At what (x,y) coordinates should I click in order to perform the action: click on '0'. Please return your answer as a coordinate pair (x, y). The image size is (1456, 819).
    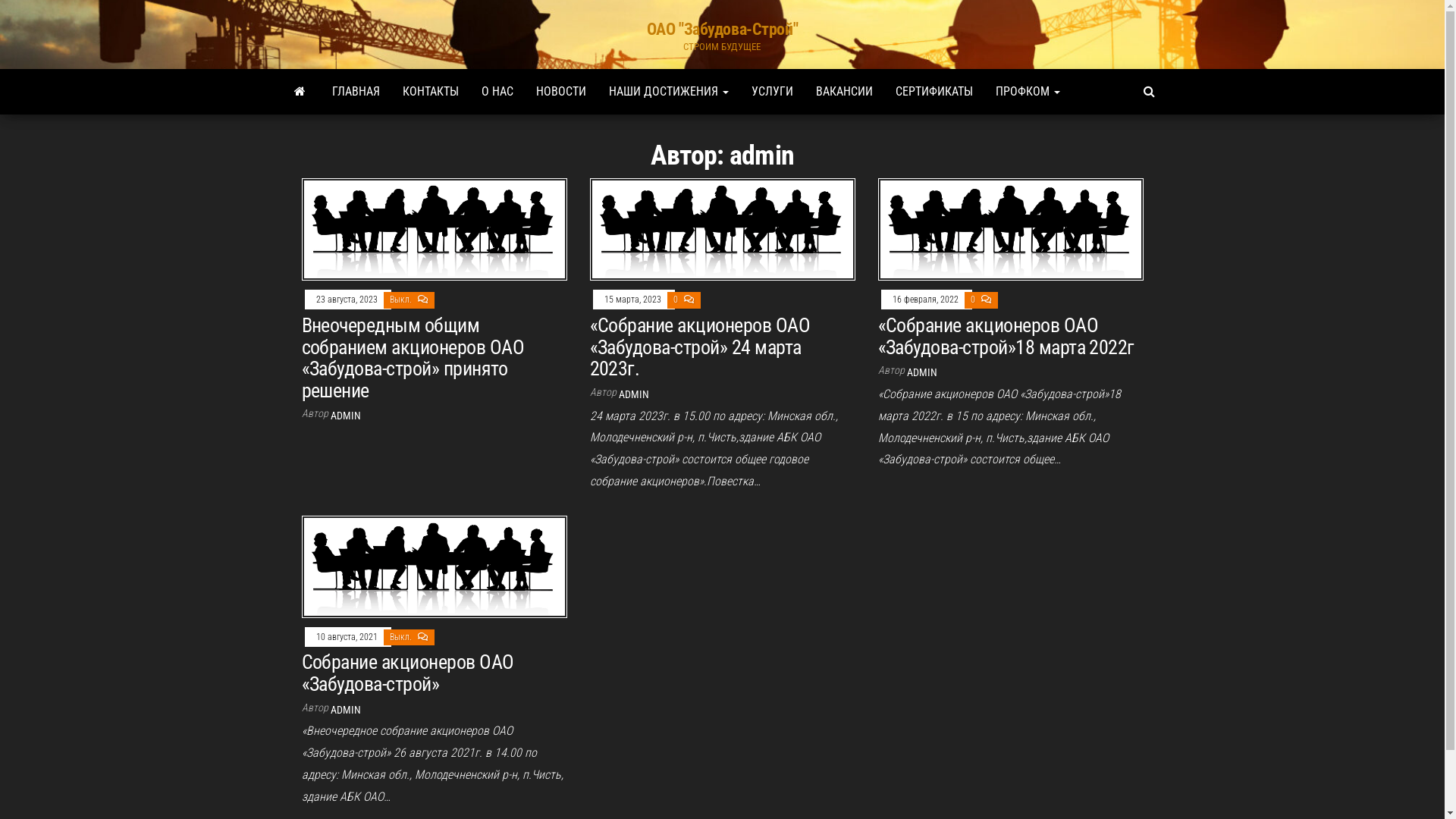
    Looking at the image, I should click on (676, 299).